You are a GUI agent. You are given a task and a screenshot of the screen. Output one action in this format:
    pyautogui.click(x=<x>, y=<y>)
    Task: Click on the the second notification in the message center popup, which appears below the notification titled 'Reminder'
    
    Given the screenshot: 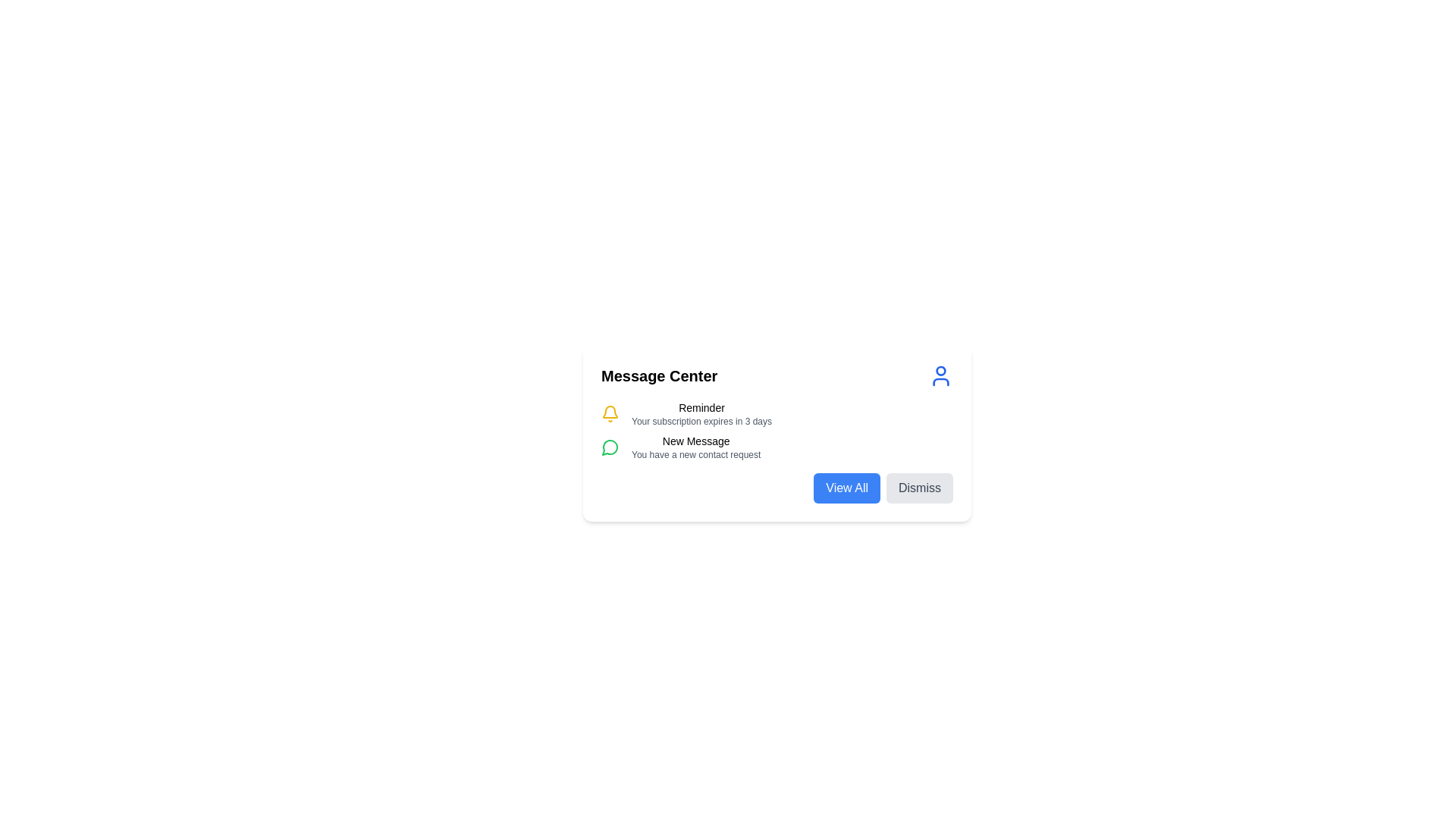 What is the action you would take?
    pyautogui.click(x=777, y=447)
    